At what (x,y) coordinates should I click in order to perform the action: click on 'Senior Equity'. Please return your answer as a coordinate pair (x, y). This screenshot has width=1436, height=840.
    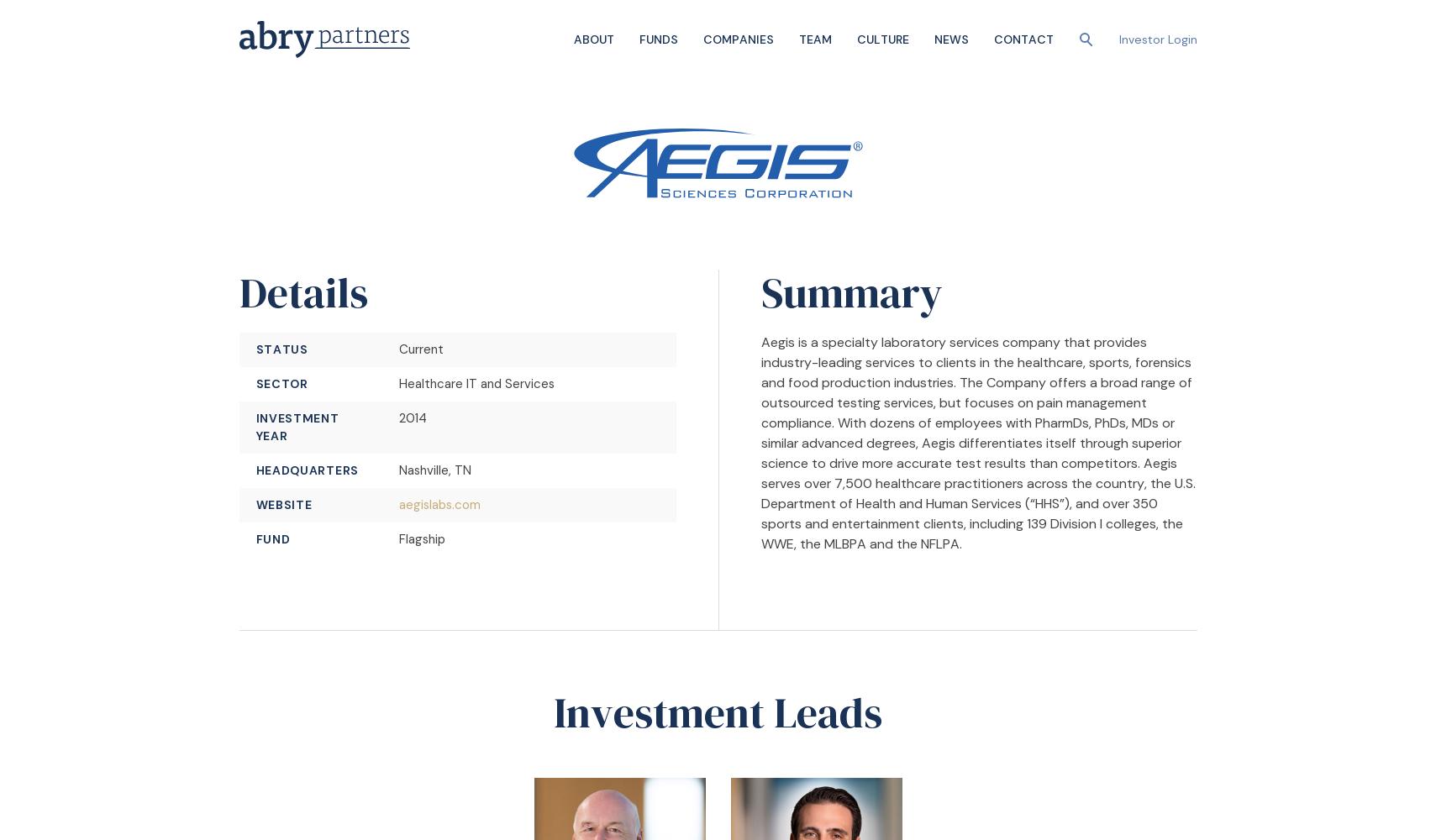
    Looking at the image, I should click on (676, 125).